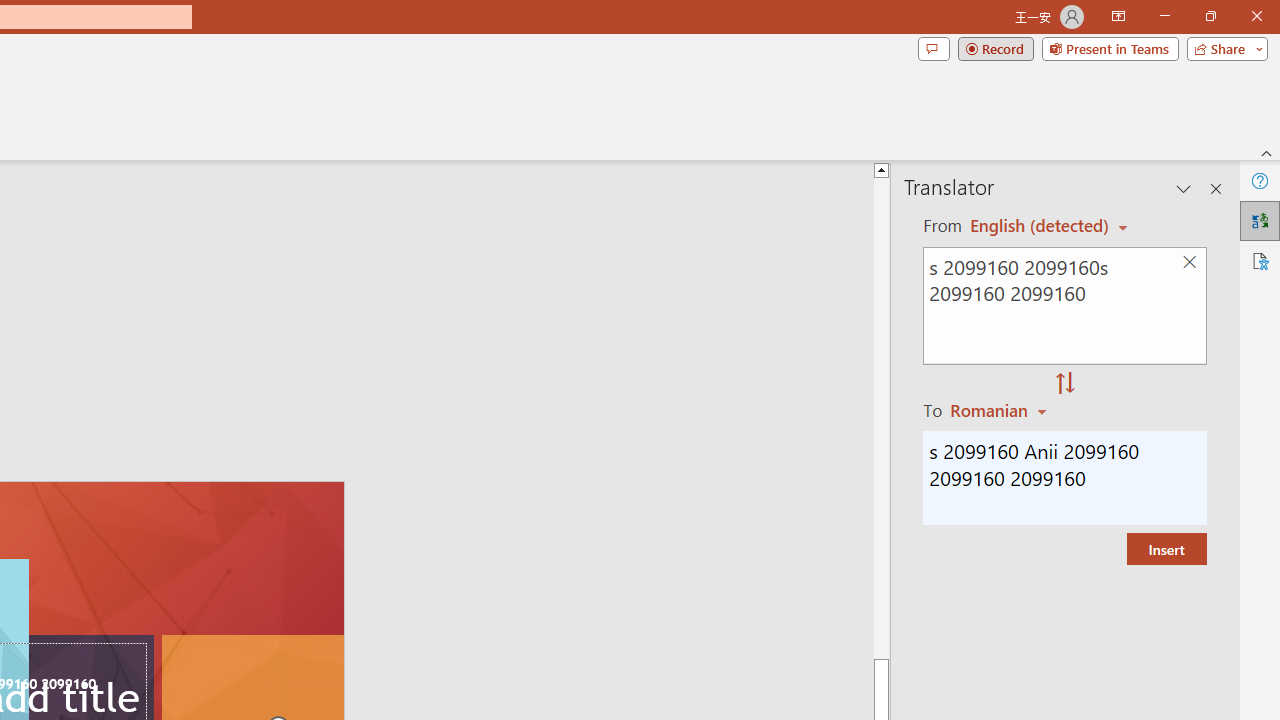 Image resolution: width=1280 pixels, height=720 pixels. I want to click on 'Insert', so click(1166, 549).